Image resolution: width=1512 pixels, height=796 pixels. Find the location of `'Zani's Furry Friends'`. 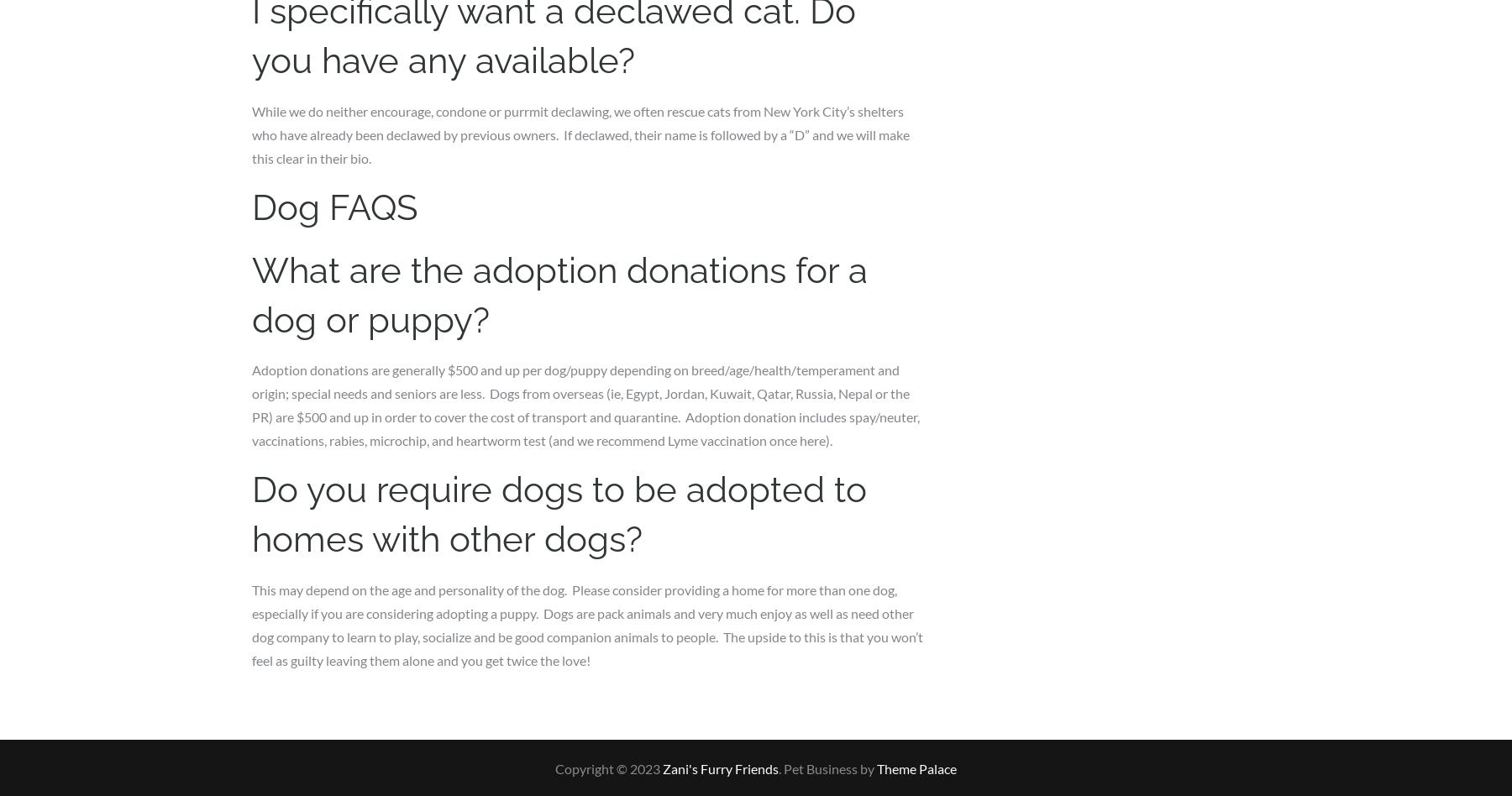

'Zani's Furry Friends' is located at coordinates (721, 767).